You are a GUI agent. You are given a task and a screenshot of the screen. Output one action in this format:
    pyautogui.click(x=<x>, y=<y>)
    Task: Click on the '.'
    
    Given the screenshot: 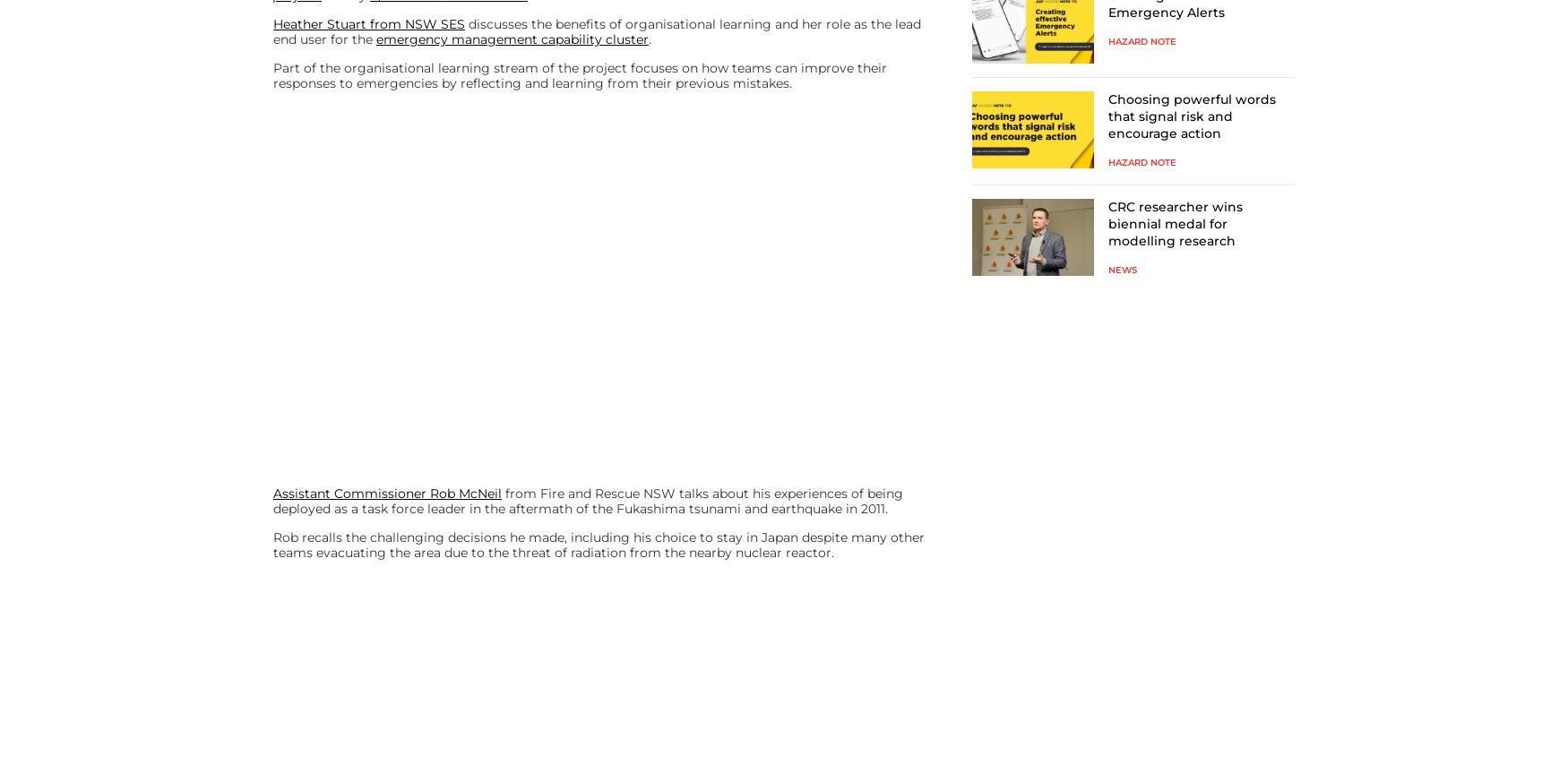 What is the action you would take?
    pyautogui.click(x=650, y=38)
    